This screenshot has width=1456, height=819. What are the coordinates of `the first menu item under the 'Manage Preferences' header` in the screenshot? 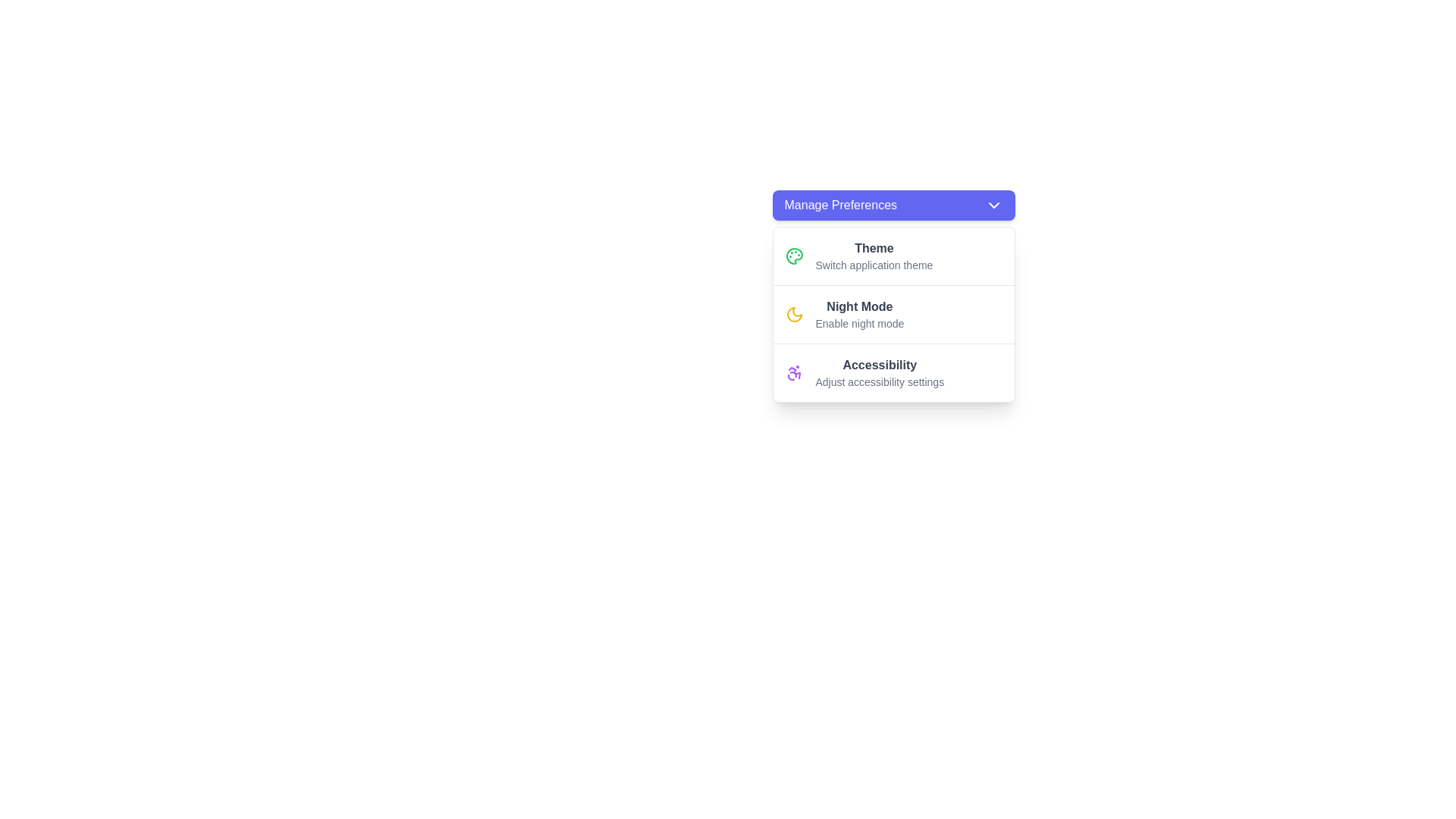 It's located at (893, 256).